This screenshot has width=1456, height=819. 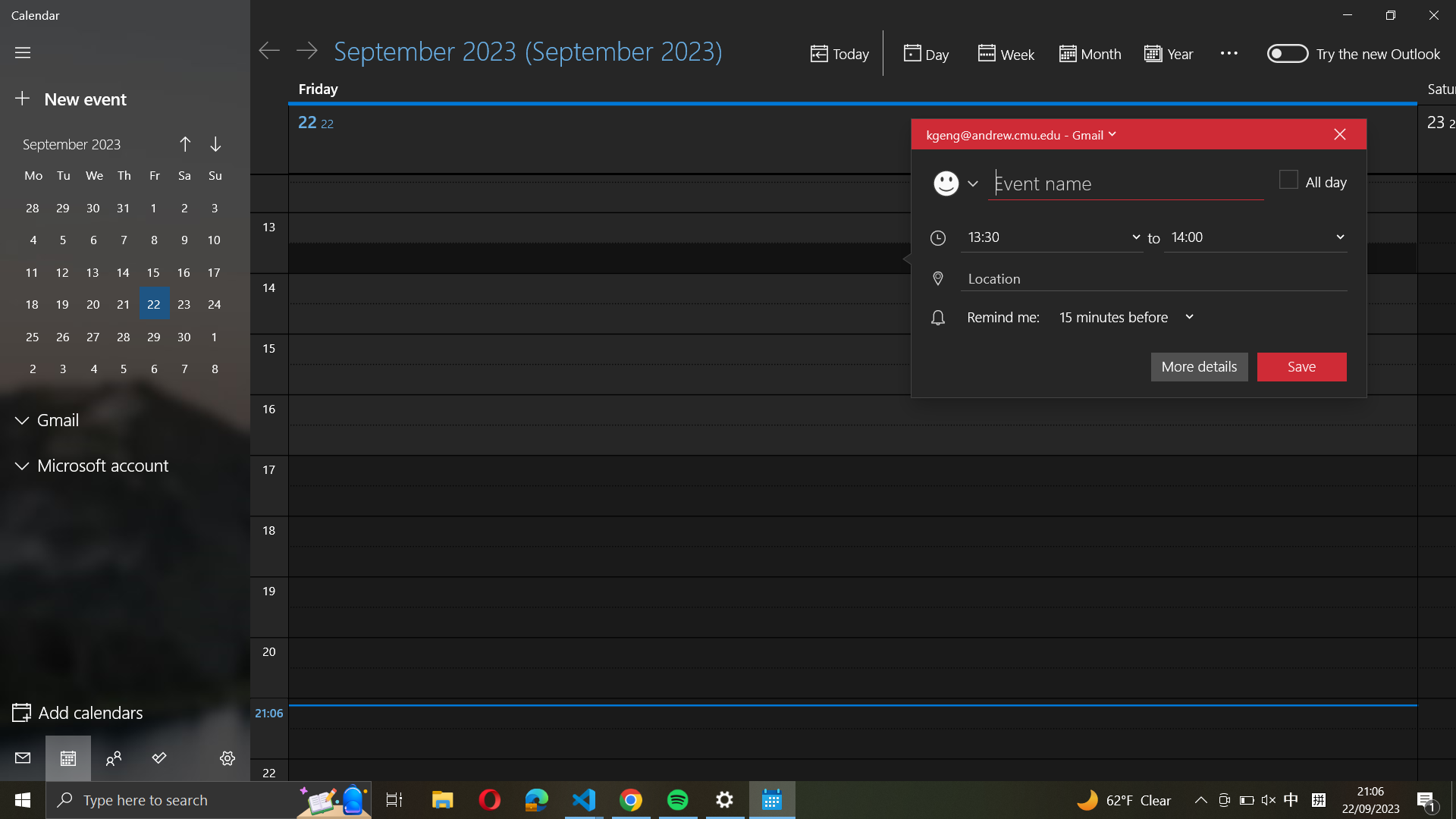 I want to click on Inspect the daily planner, so click(x=925, y=52).